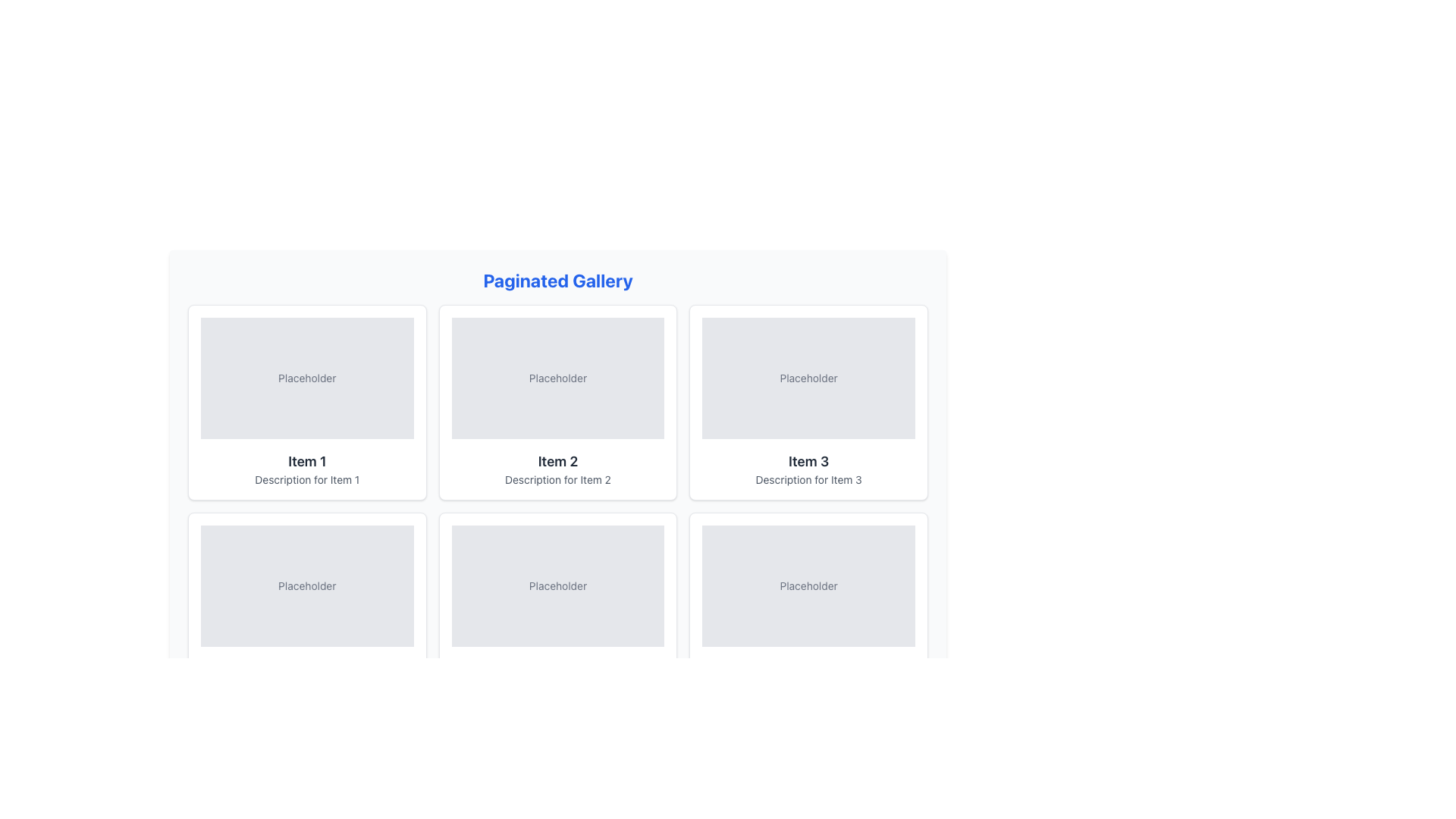 This screenshot has height=819, width=1456. What do you see at coordinates (557, 585) in the screenshot?
I see `the text label displaying 'Placeholder' in a small gray font, located at the center-bottom of the middle card in the second row of a grid layout` at bounding box center [557, 585].